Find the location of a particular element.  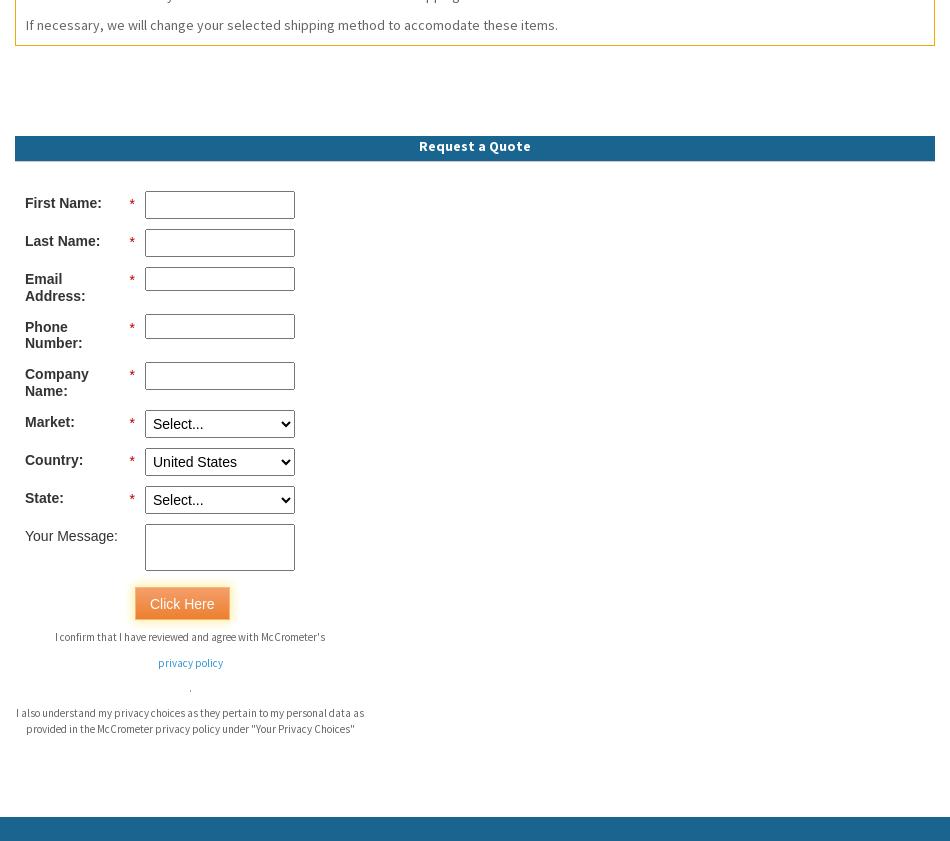

'I also understand my privacy choices as they pertain to my personal data as provided in the McCrometer privacy policy under "Your Privacy Choices"' is located at coordinates (190, 720).